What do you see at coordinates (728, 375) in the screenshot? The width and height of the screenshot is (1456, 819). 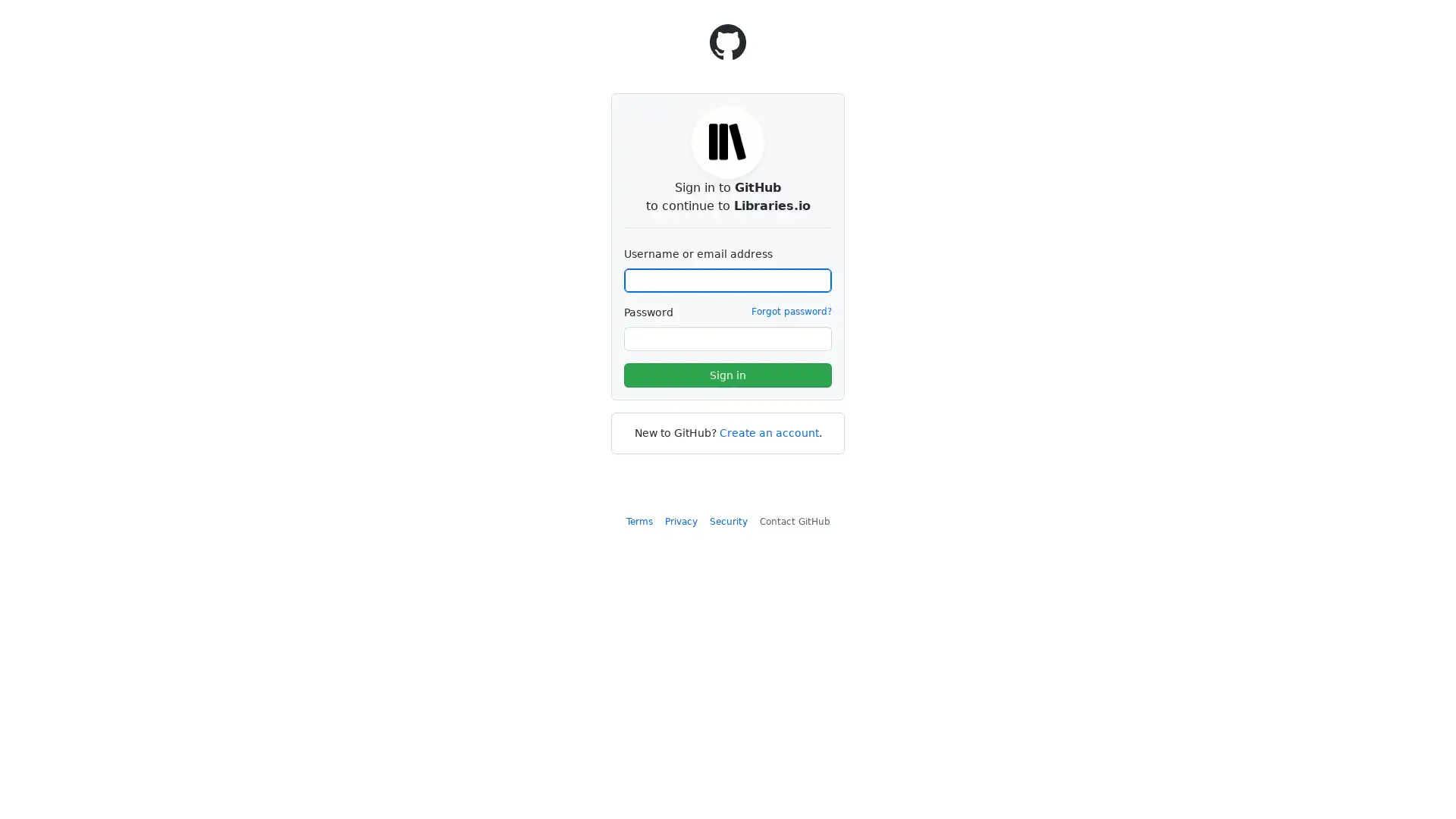 I see `Sign in` at bounding box center [728, 375].